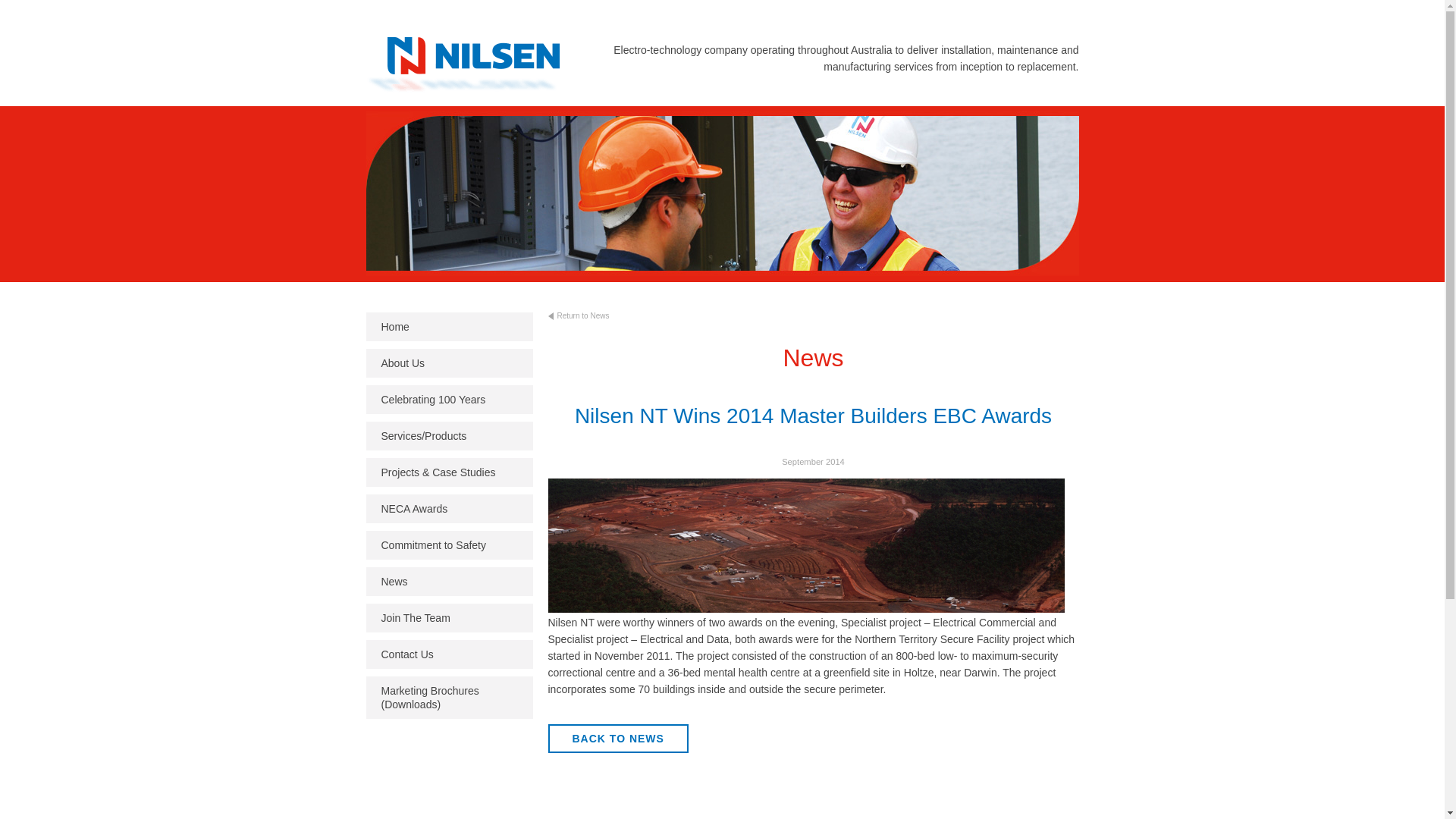 This screenshot has width=1456, height=819. I want to click on 'News', so click(447, 581).